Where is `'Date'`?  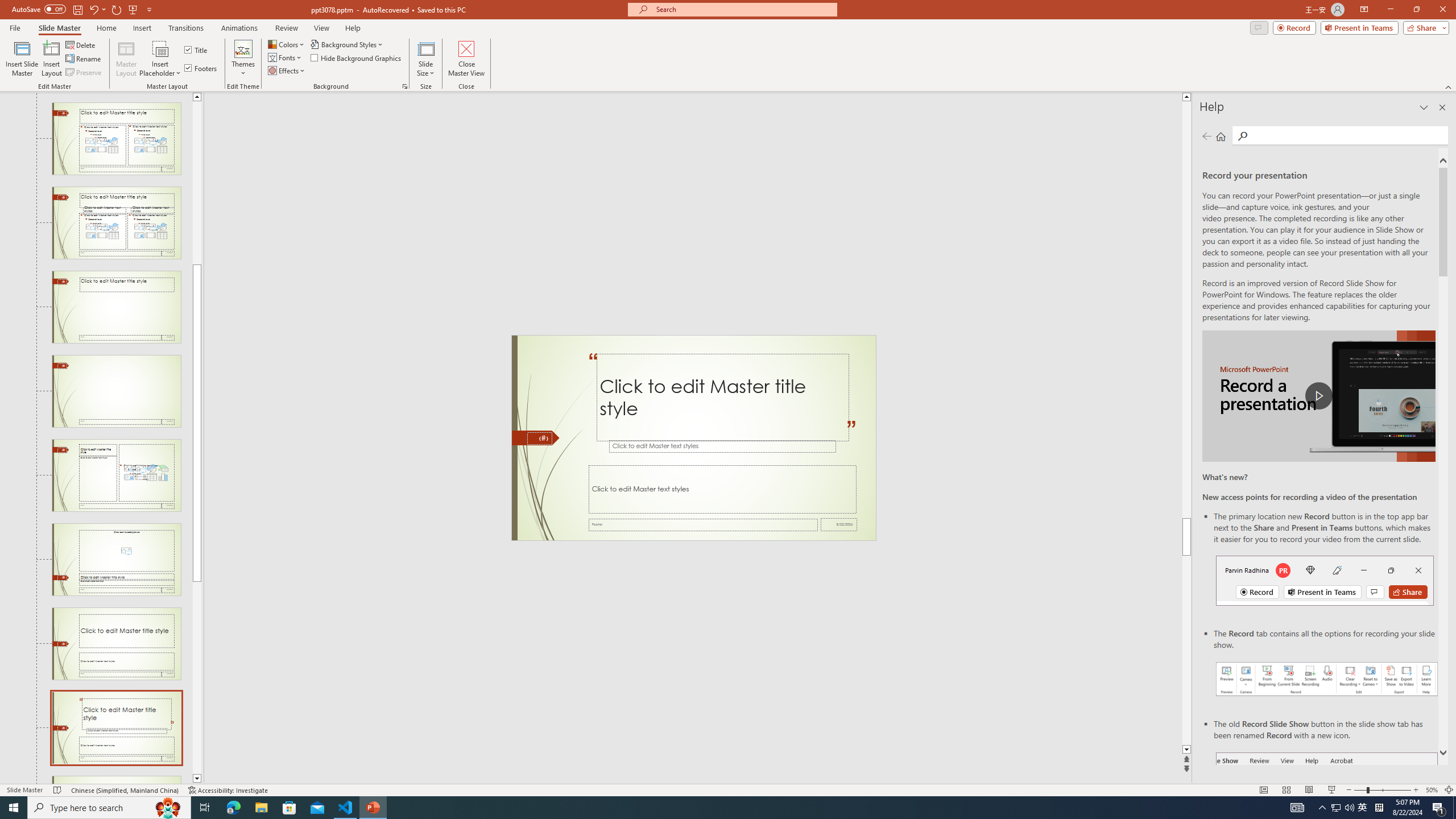 'Date' is located at coordinates (839, 524).